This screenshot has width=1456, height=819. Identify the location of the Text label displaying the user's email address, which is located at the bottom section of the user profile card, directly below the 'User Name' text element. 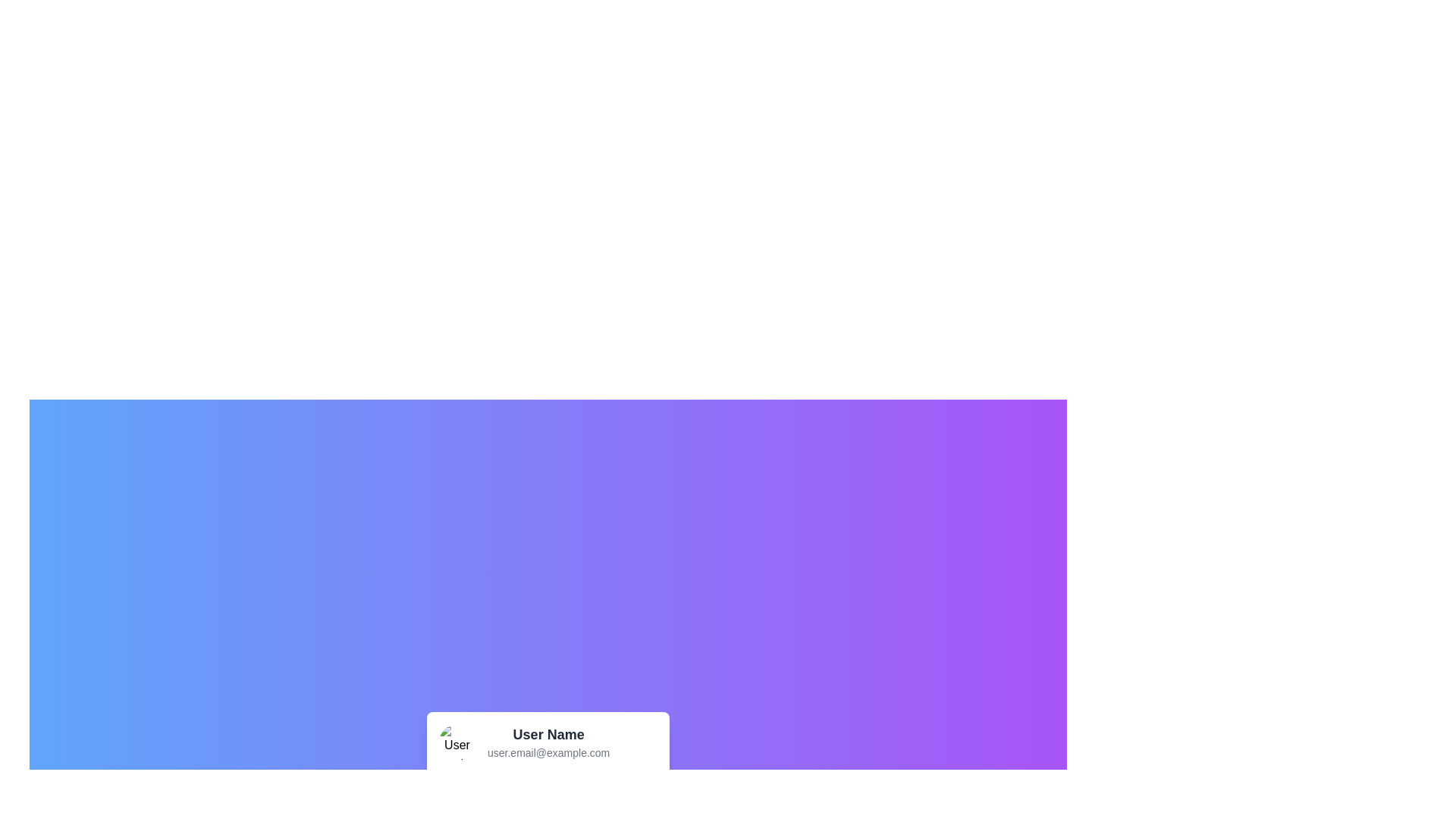
(548, 752).